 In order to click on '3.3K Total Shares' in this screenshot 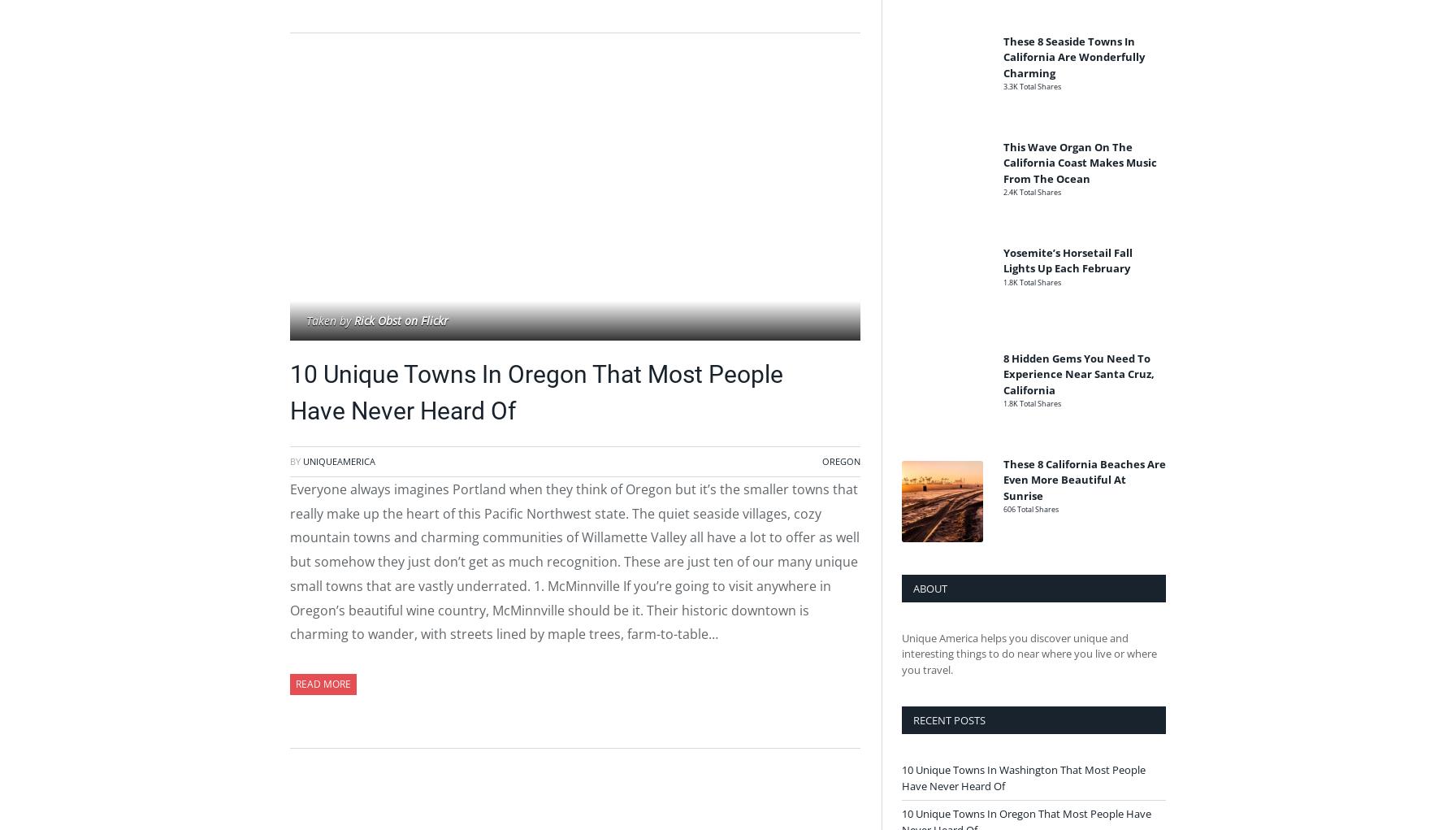, I will do `click(1032, 85)`.